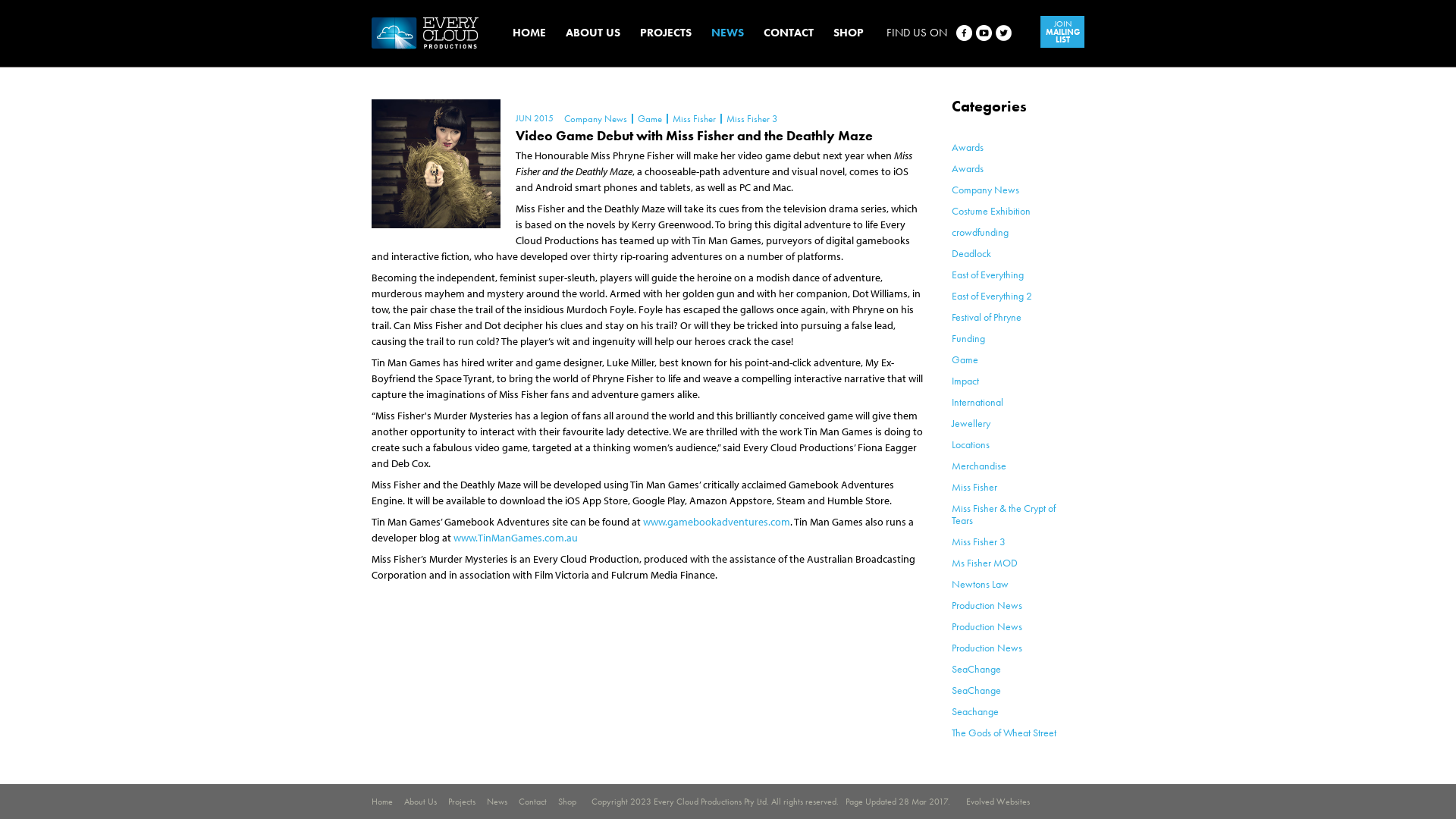 The image size is (1456, 819). I want to click on 'Game', so click(964, 359).